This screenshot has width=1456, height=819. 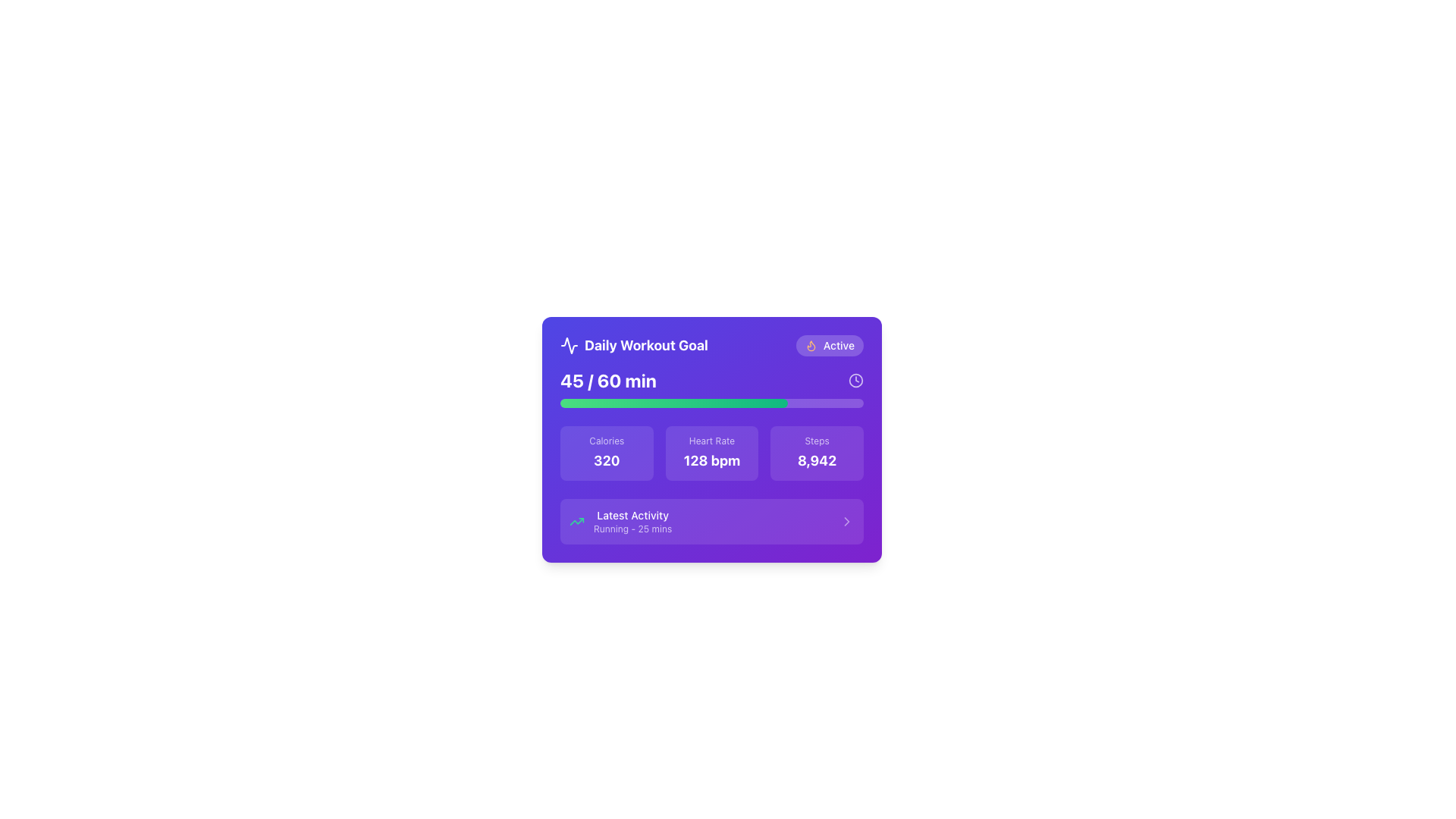 What do you see at coordinates (607, 452) in the screenshot?
I see `the Information Card displaying 'Calories' with the number '320' in a bold, large font, which is the leftmost box in the row of three boxes under the 'Daily Workout Goal' purple background` at bounding box center [607, 452].